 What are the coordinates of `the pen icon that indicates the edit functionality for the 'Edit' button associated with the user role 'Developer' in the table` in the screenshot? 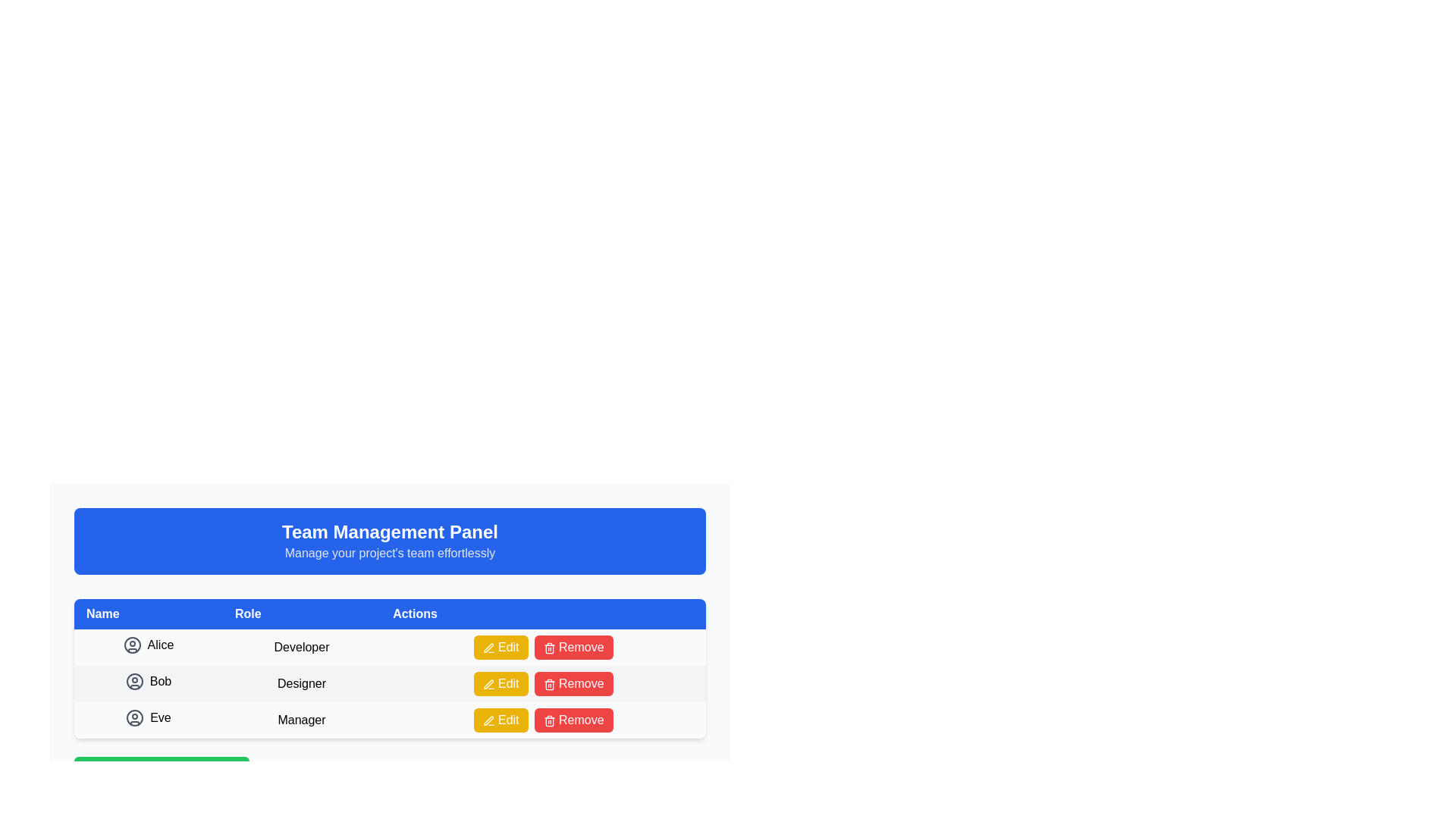 It's located at (488, 648).